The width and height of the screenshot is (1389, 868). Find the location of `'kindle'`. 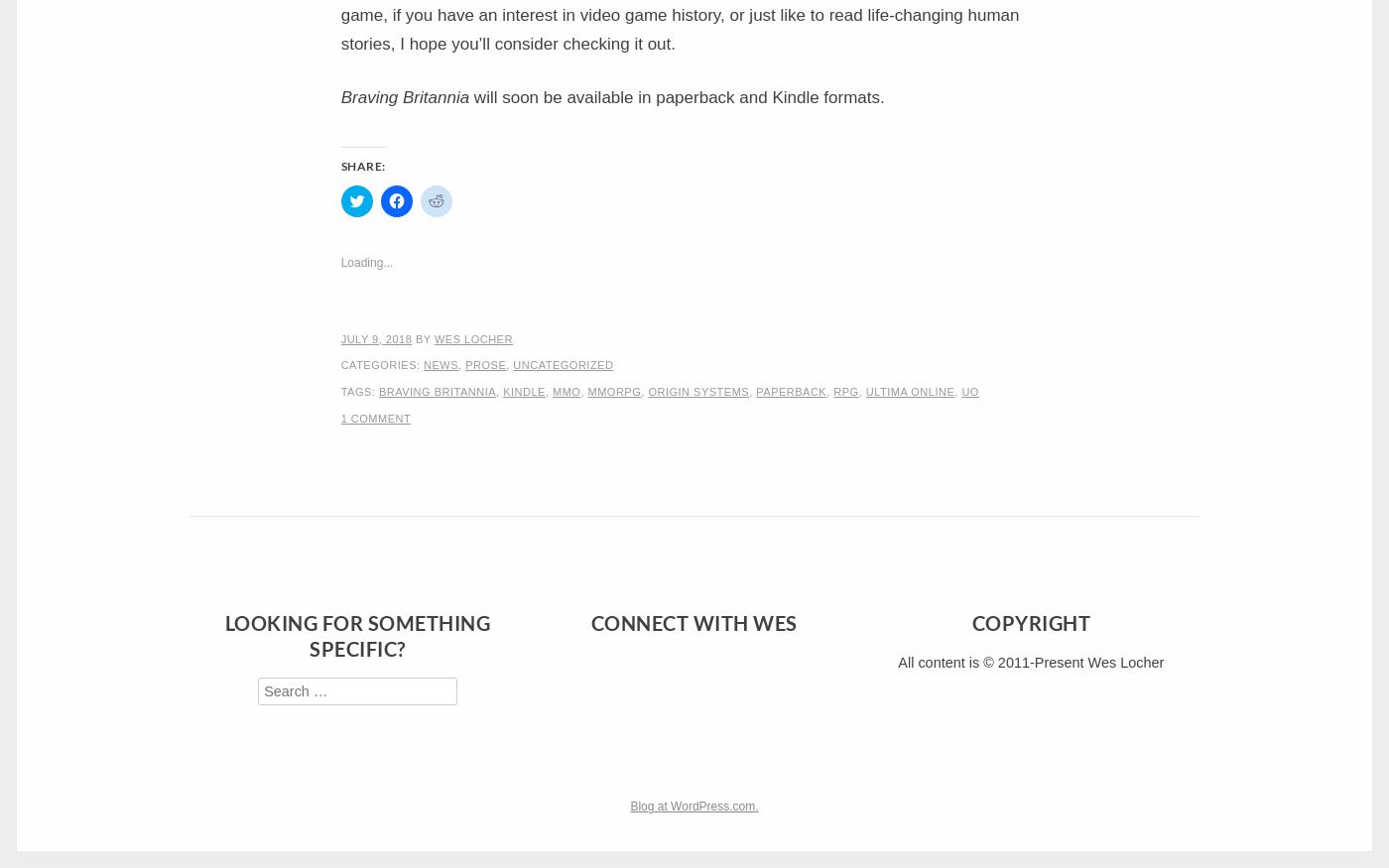

'kindle' is located at coordinates (523, 390).